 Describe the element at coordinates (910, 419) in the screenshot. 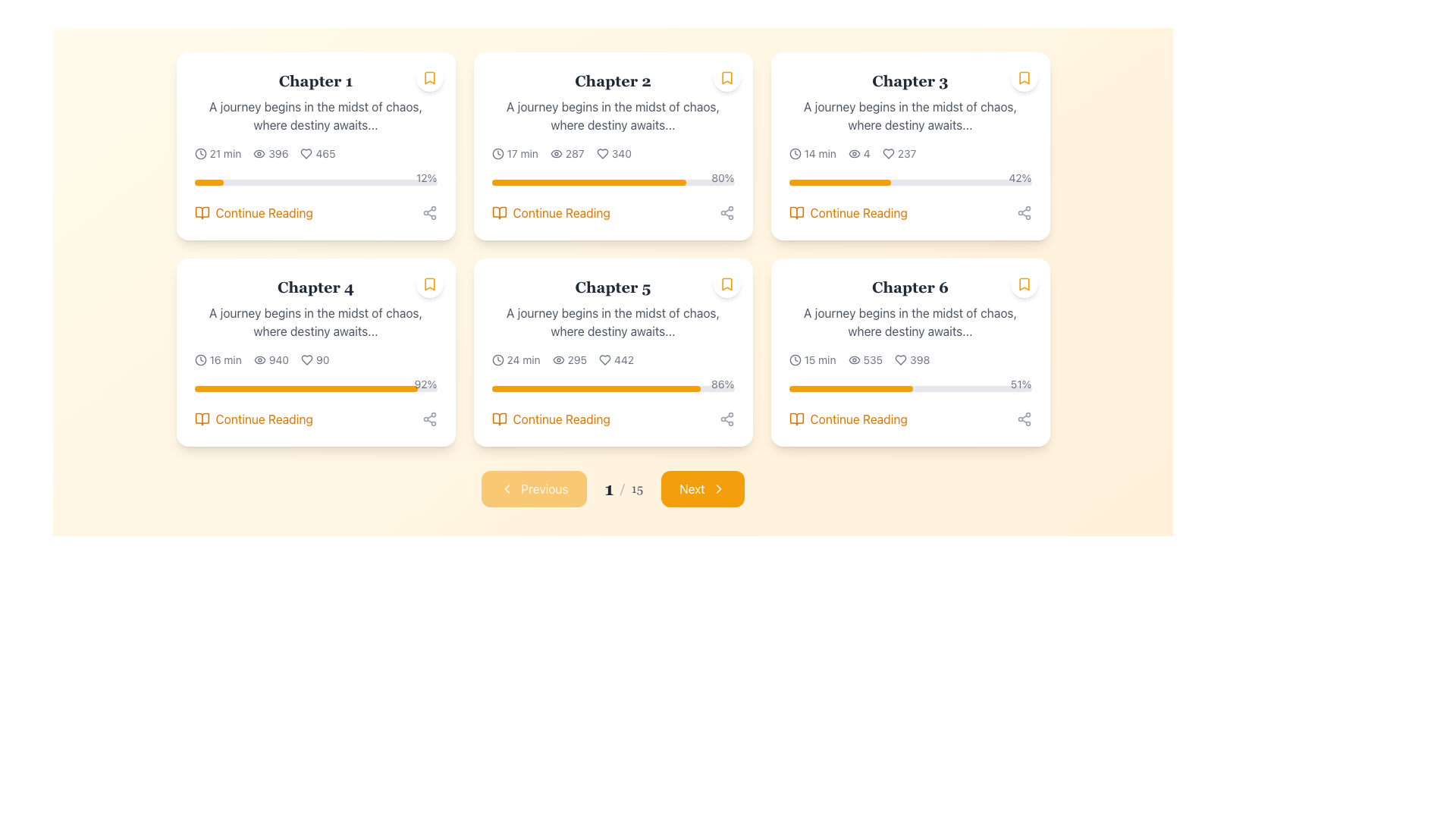

I see `the navigational button at the bottom of the Chapter 6 panel to proceed with reading the chapter` at that location.